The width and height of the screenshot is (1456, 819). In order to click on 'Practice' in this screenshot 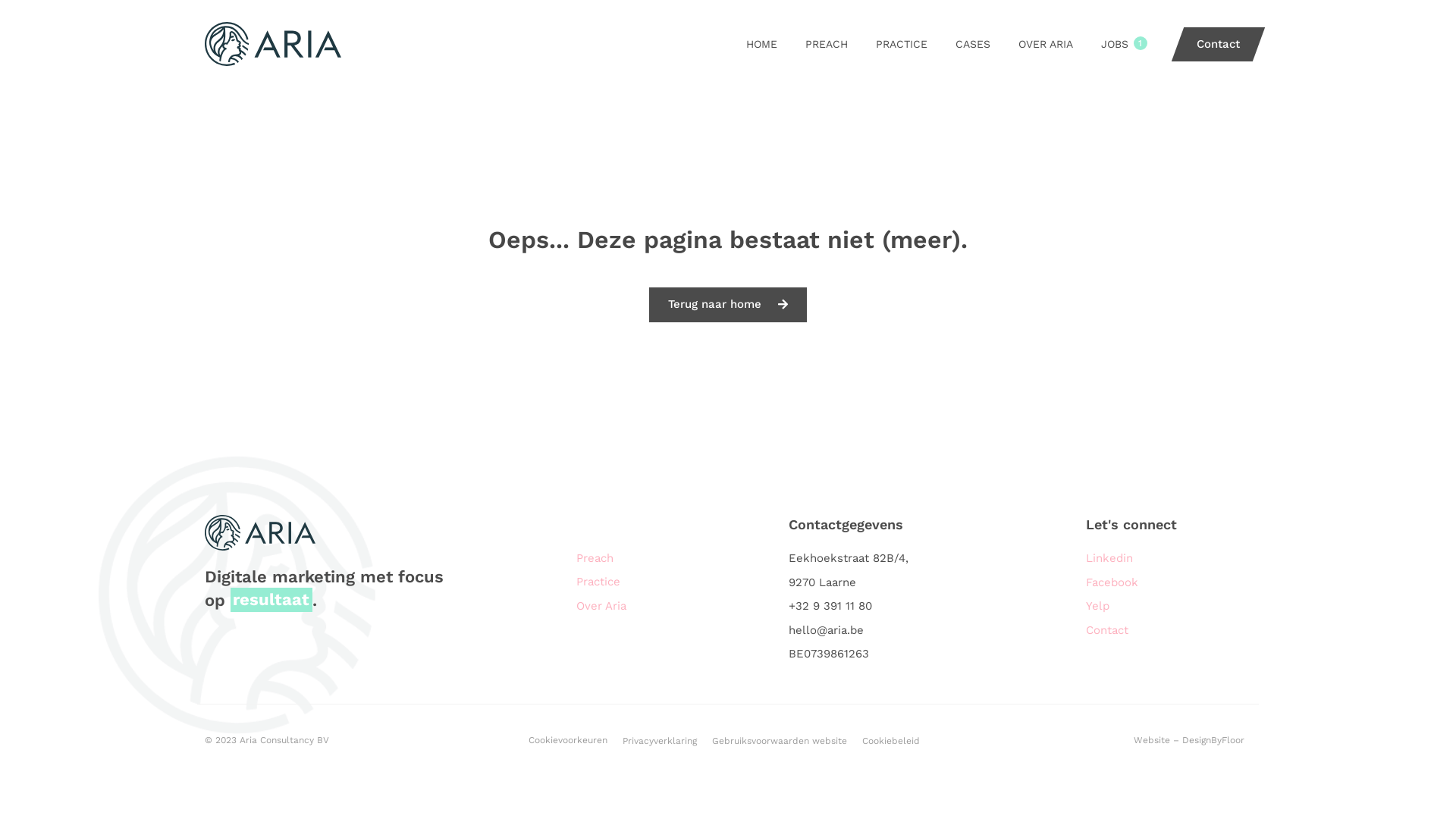, I will do `click(673, 581)`.